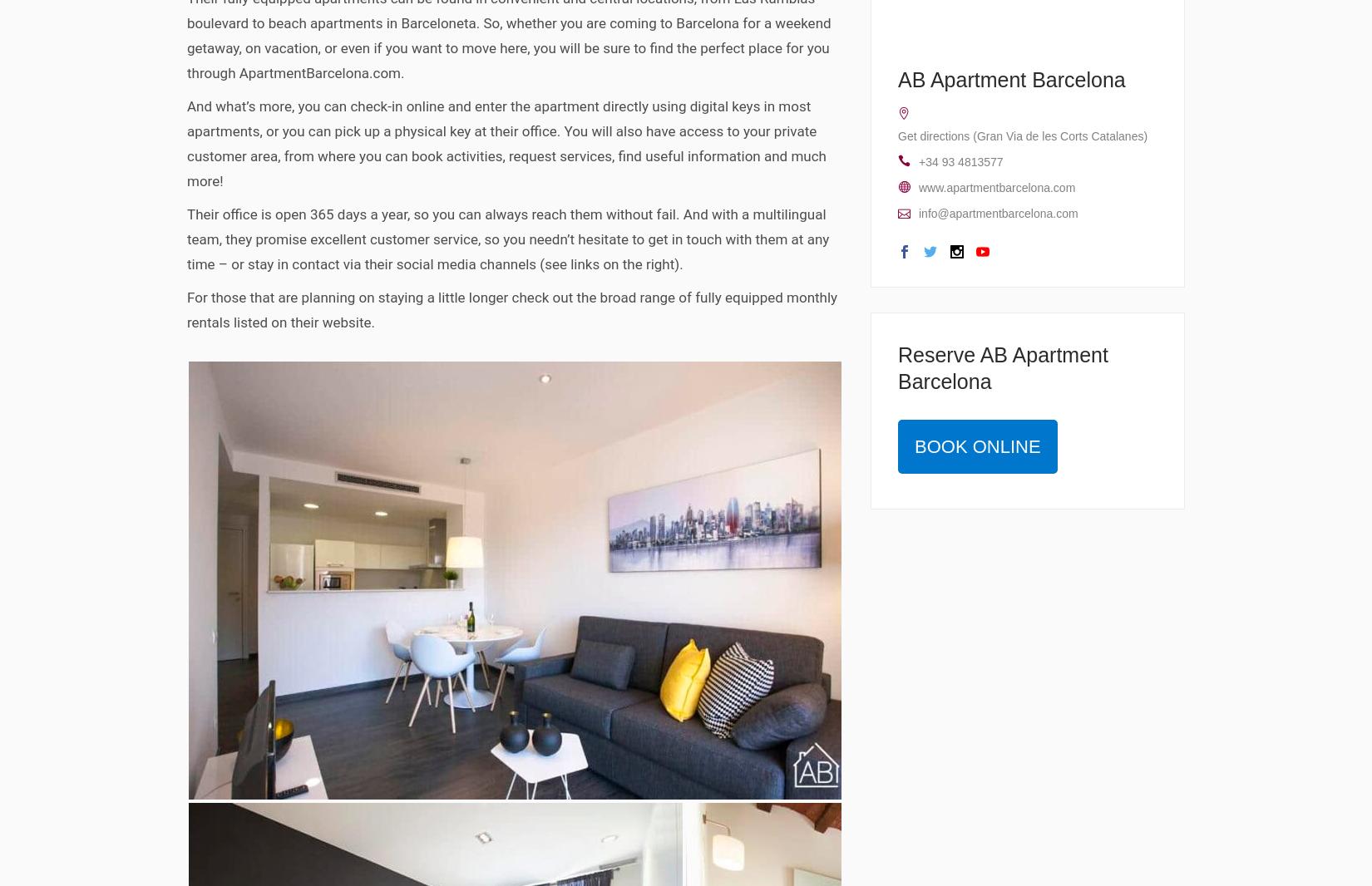 The height and width of the screenshot is (886, 1372). What do you see at coordinates (187, 142) in the screenshot?
I see `'And what’s more, you can check-in online and enter the apartment directly using digital keys in most apartments, or you can pick up a physical key at their office. You will also have access to your private customer area, from where you can book activities, request services, find useful information and much more!'` at bounding box center [187, 142].